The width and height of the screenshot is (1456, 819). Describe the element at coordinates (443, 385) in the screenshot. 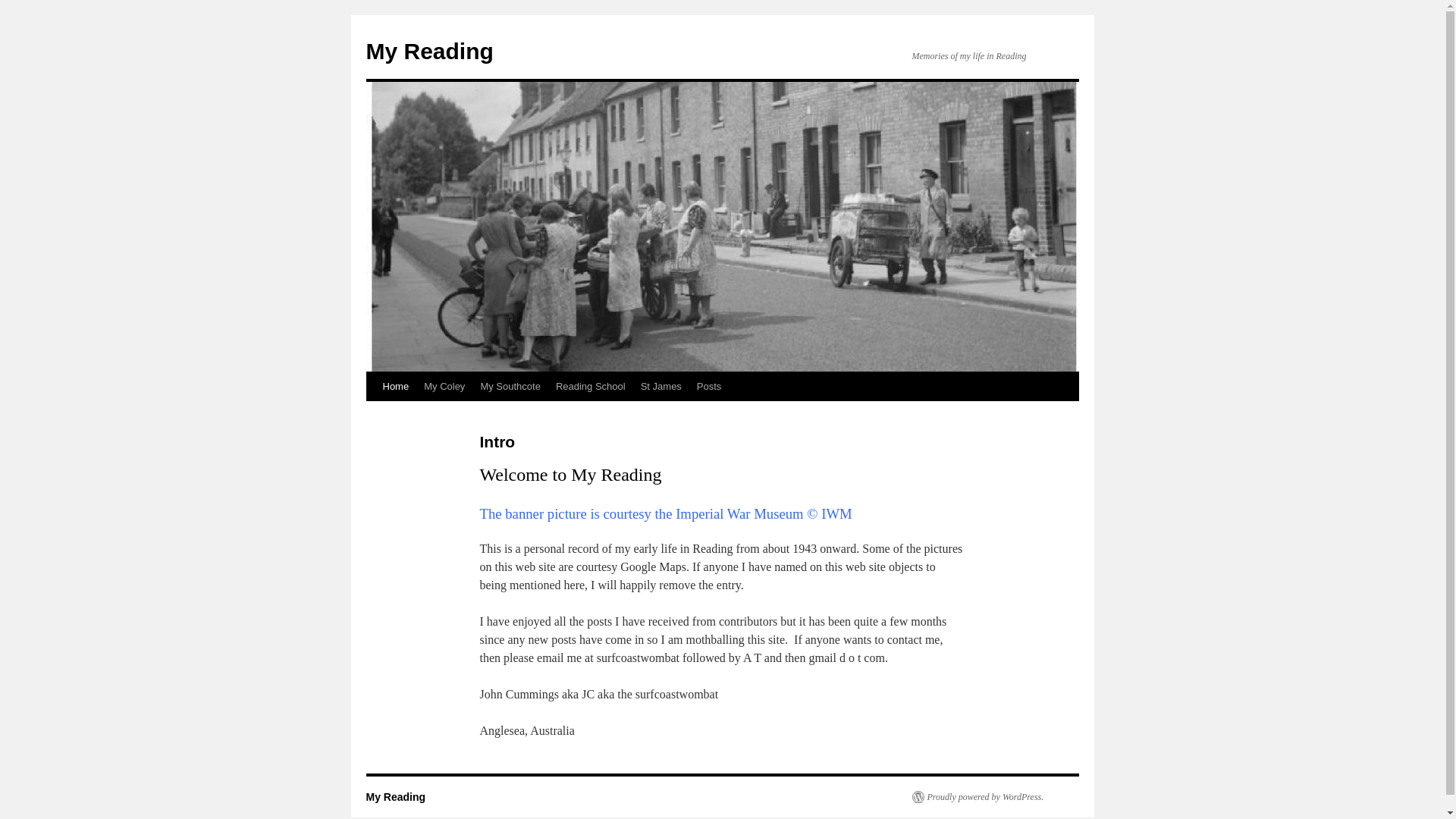

I see `'My Coley'` at that location.